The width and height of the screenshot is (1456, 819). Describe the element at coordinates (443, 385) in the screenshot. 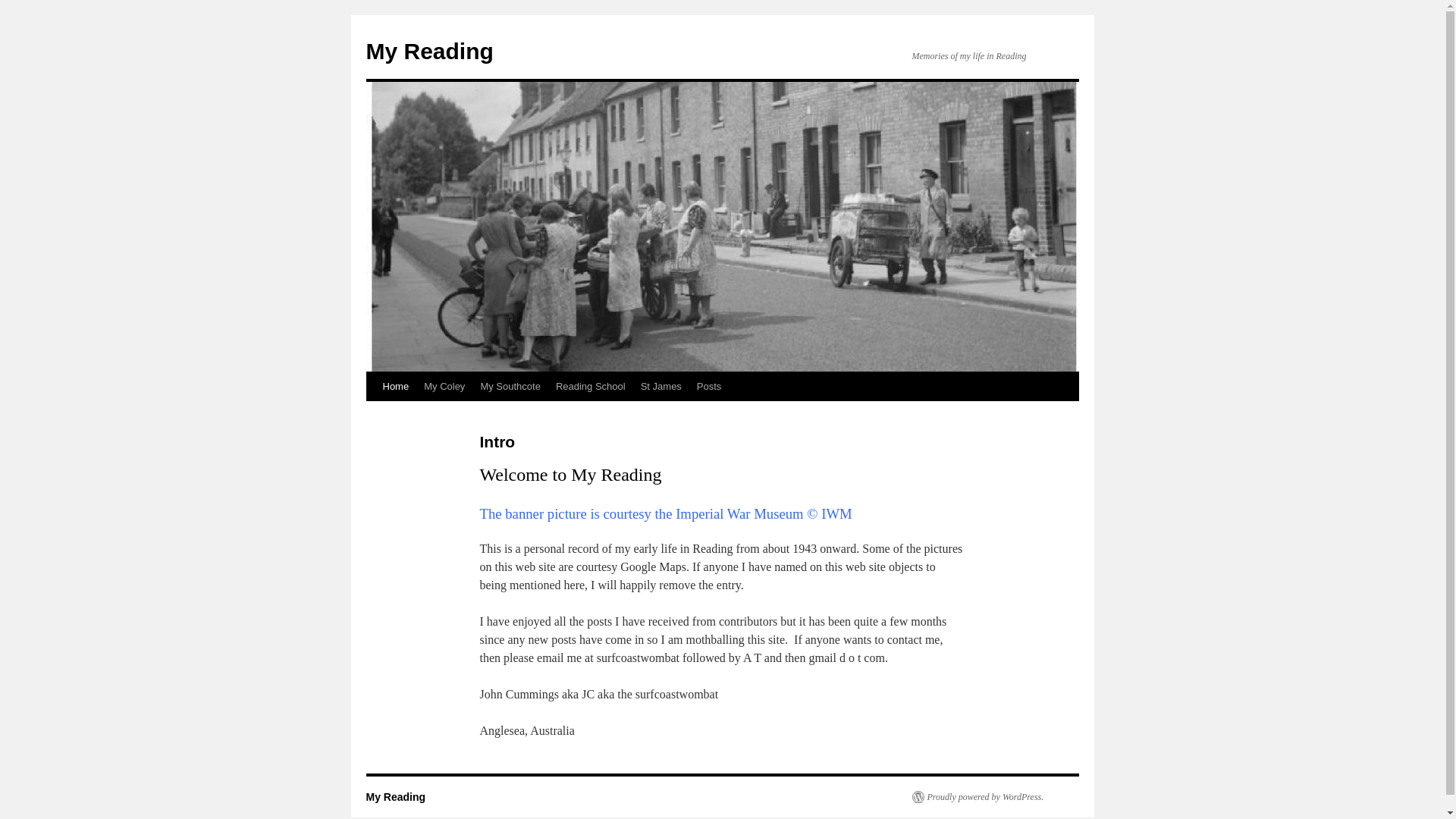

I see `'My Coley'` at that location.